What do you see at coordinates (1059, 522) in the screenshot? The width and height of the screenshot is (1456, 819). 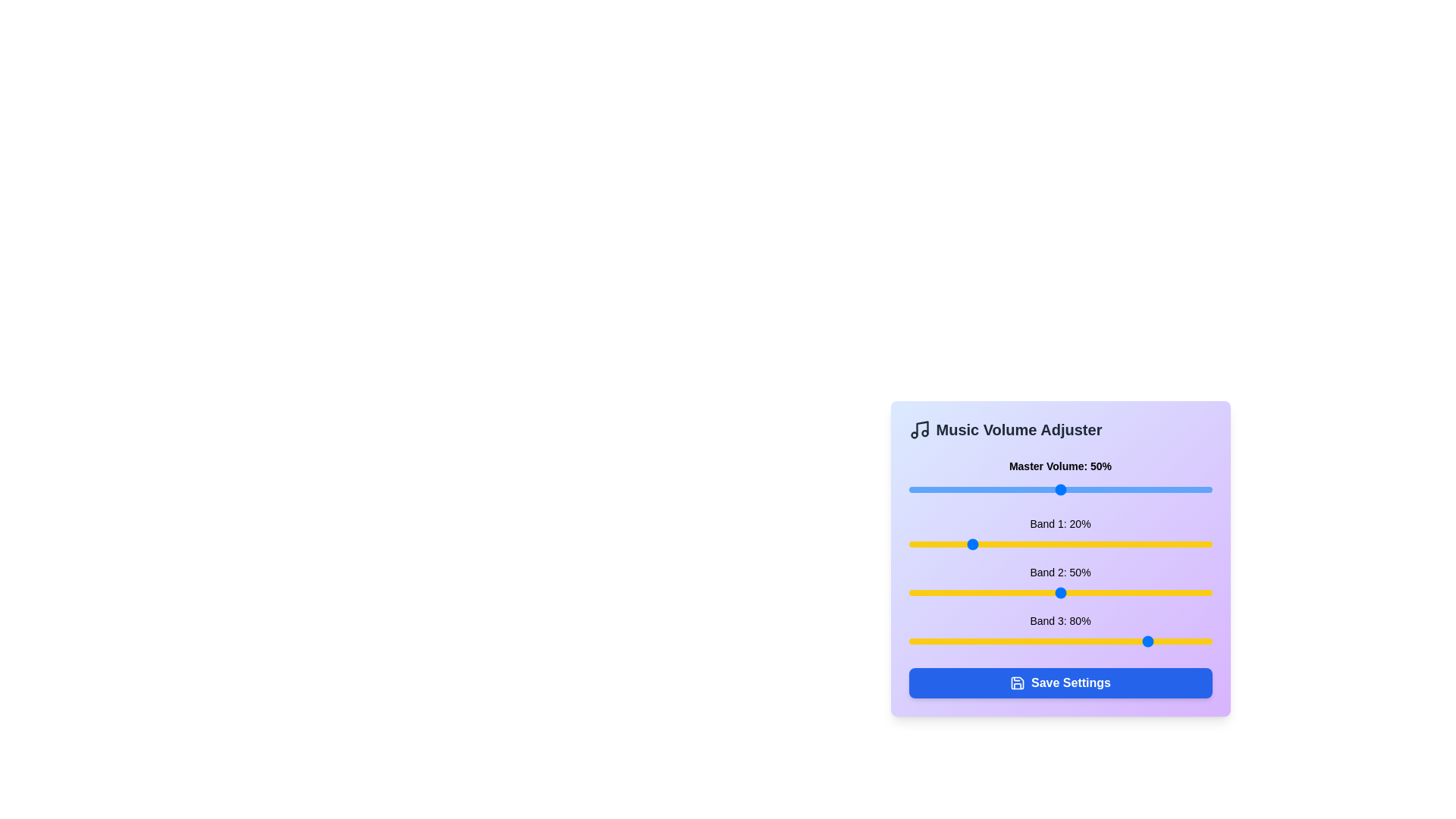 I see `text from the static label displaying 'Band 1: 20%' which is styled with medium font size and bold text weight, centered against a purple background, located above a yellow slider bar` at bounding box center [1059, 522].